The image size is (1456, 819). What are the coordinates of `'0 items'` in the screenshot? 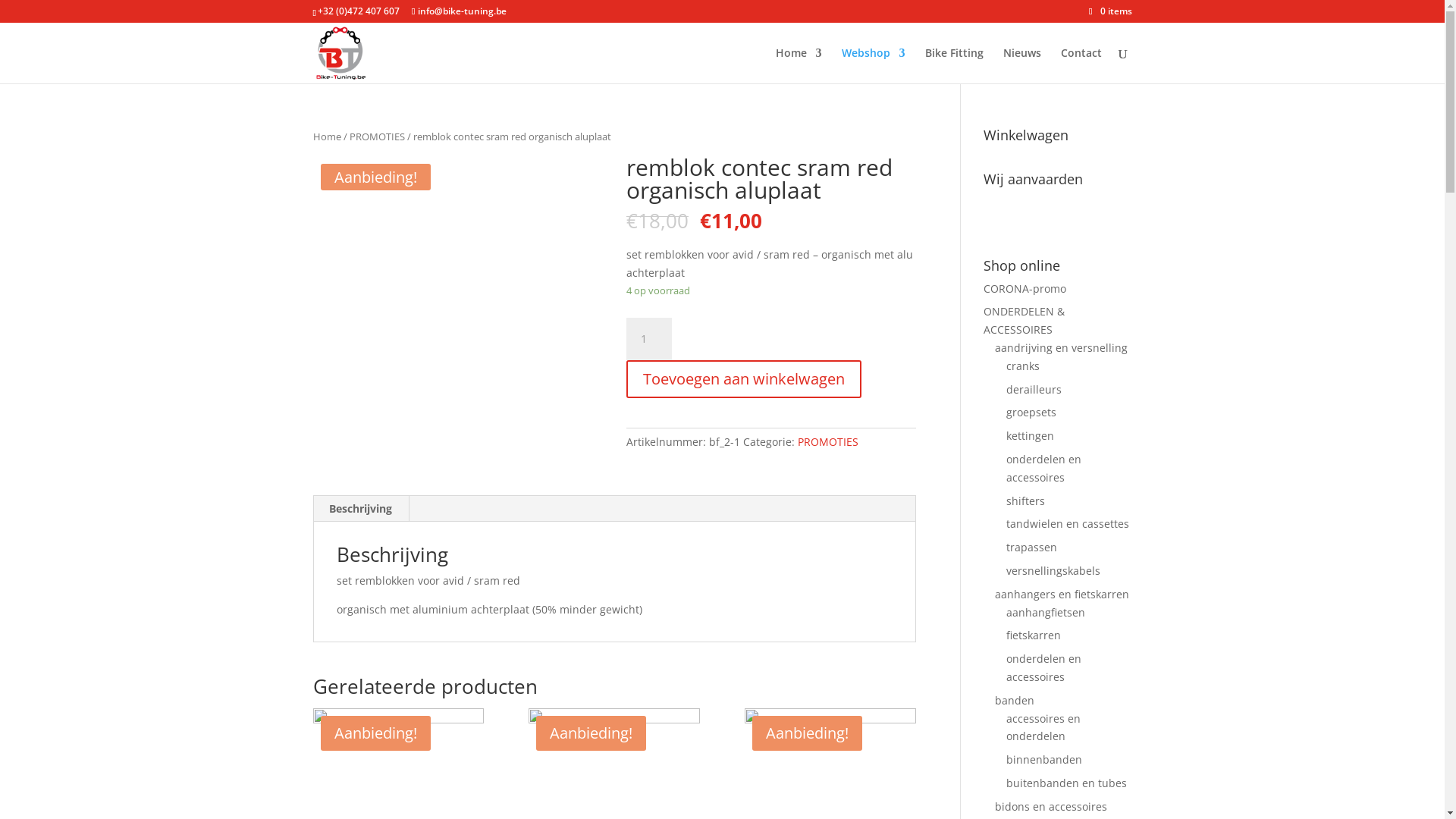 It's located at (1110, 11).